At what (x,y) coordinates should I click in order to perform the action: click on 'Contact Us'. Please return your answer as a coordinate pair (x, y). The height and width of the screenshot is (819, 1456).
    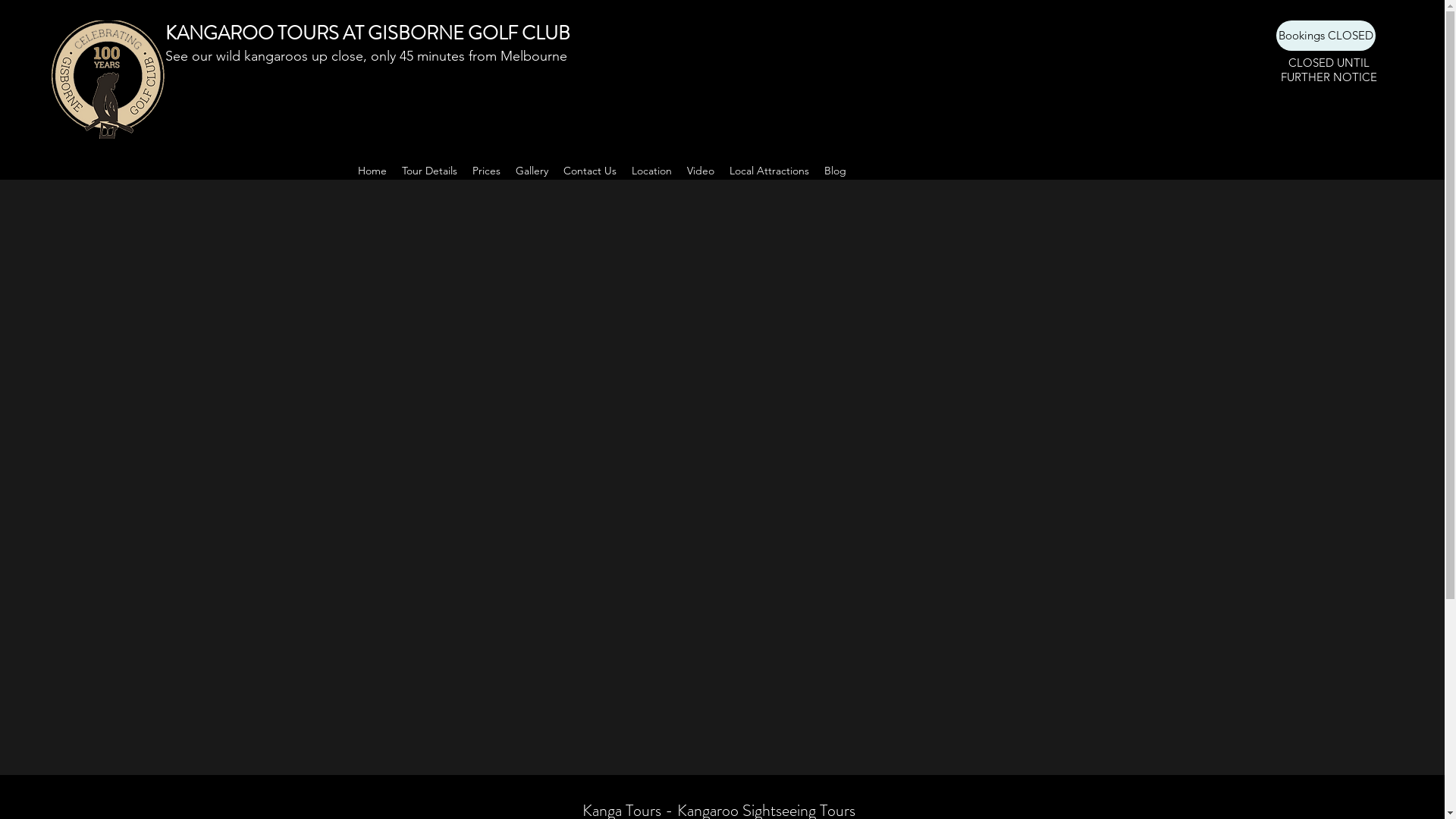
    Looking at the image, I should click on (588, 170).